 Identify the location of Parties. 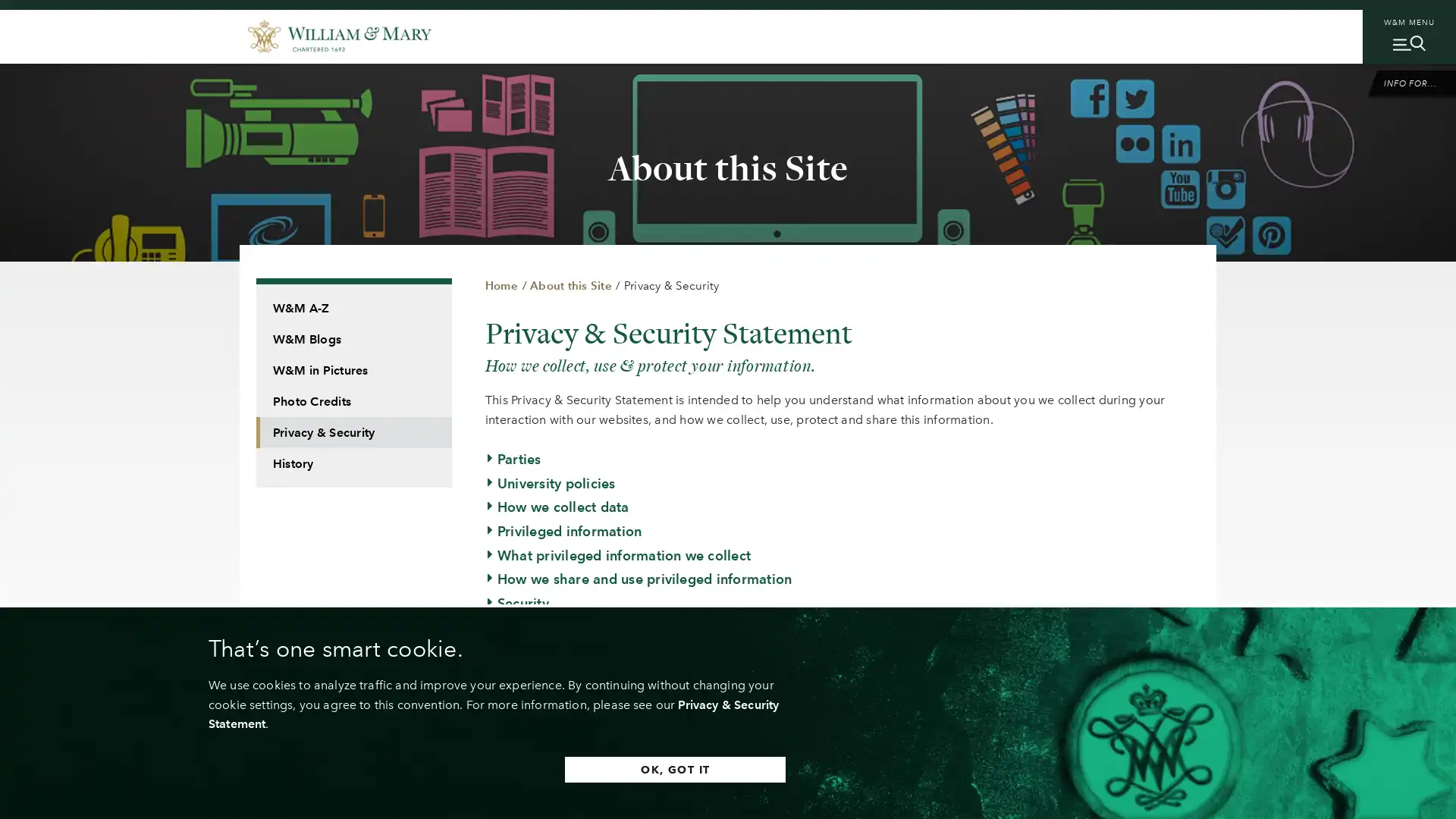
(513, 458).